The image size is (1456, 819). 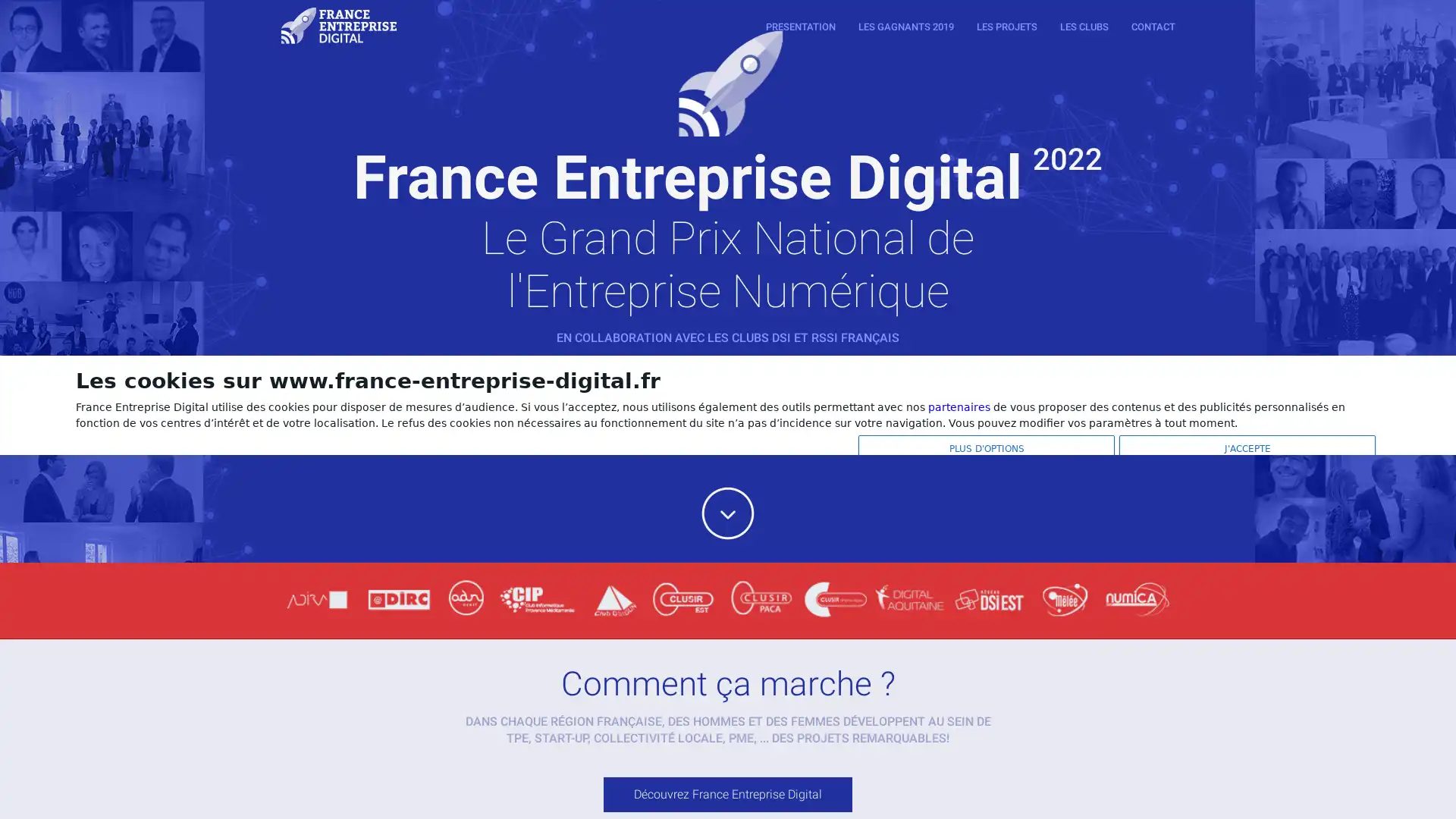 What do you see at coordinates (1244, 450) in the screenshot?
I see `J'ACCEPTE` at bounding box center [1244, 450].